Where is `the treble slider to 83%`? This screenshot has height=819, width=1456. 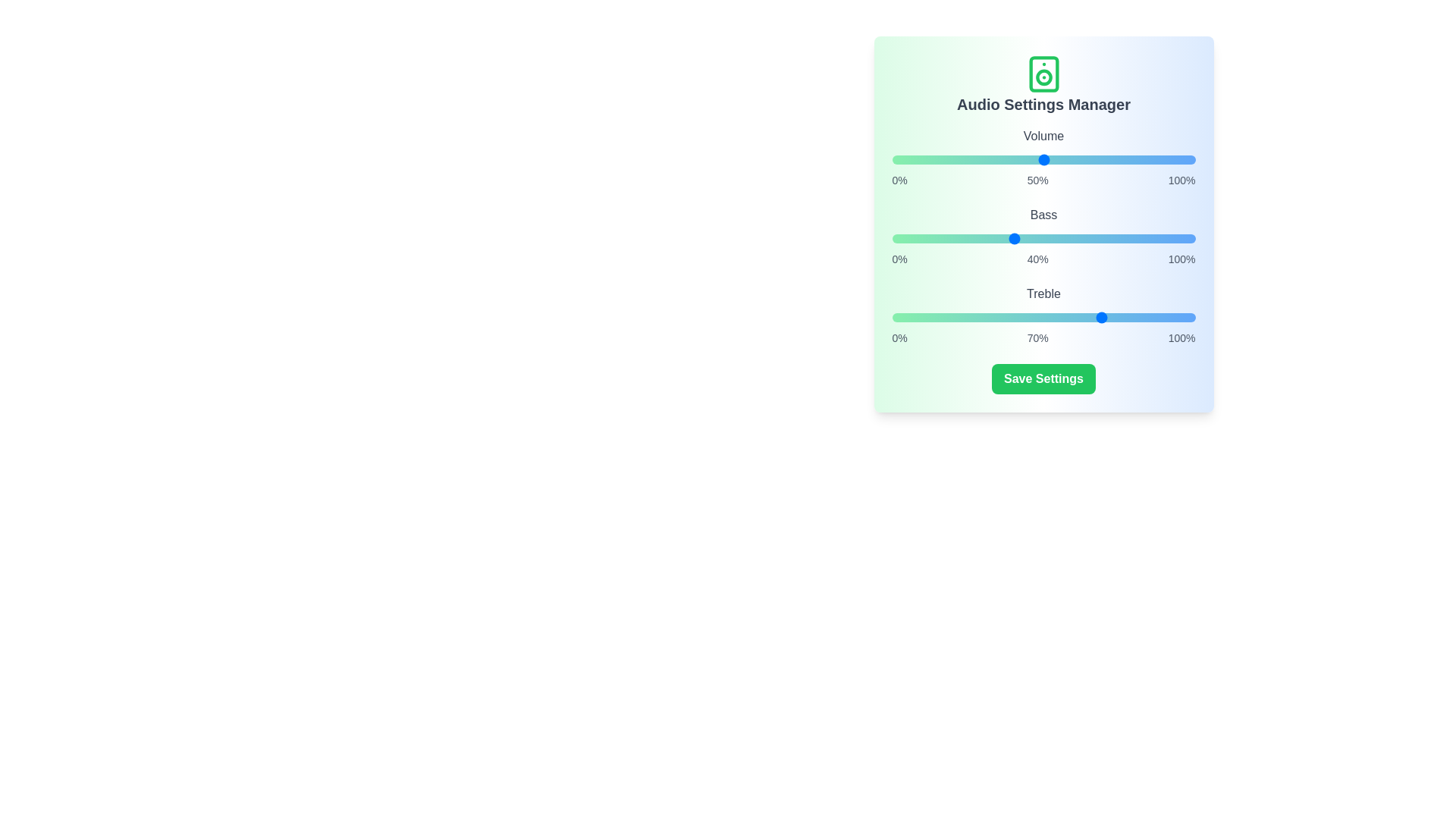 the treble slider to 83% is located at coordinates (1144, 317).